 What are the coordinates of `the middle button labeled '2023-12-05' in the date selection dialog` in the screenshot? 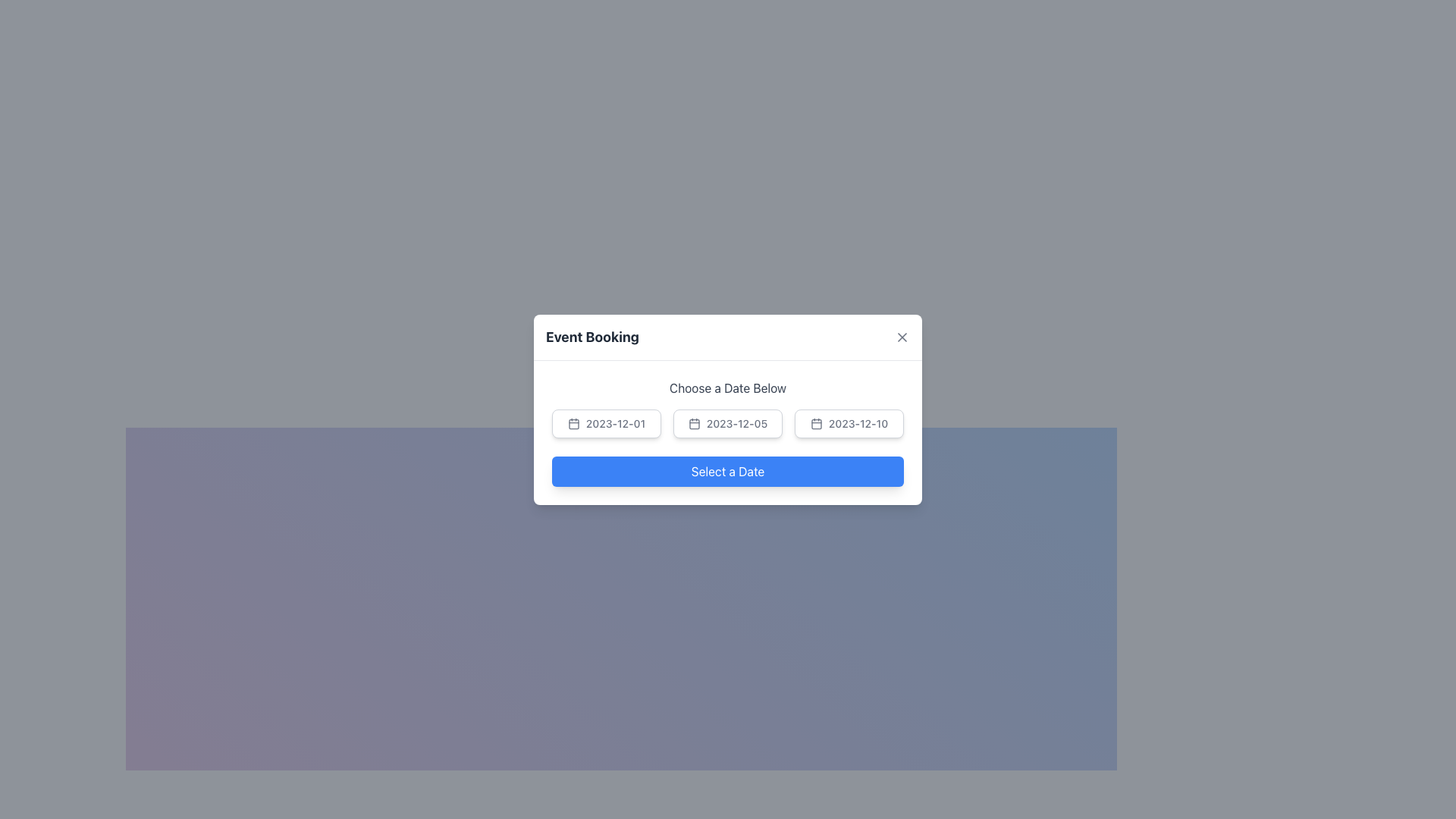 It's located at (728, 432).